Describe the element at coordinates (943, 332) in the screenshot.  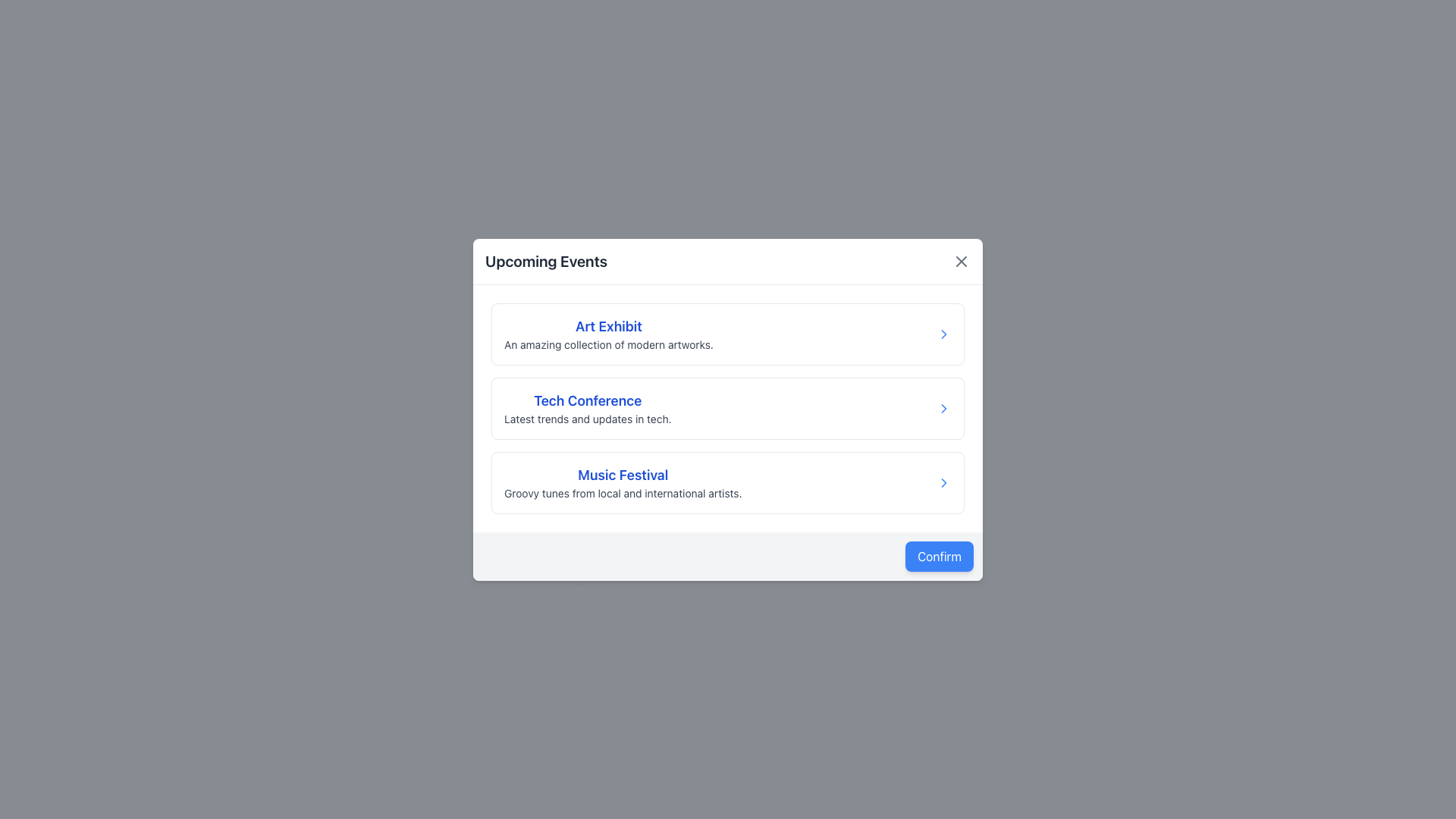
I see `the navigation button located at the rightmost side of the event card for the 'Art Exhibit' to proceed to more information` at that location.